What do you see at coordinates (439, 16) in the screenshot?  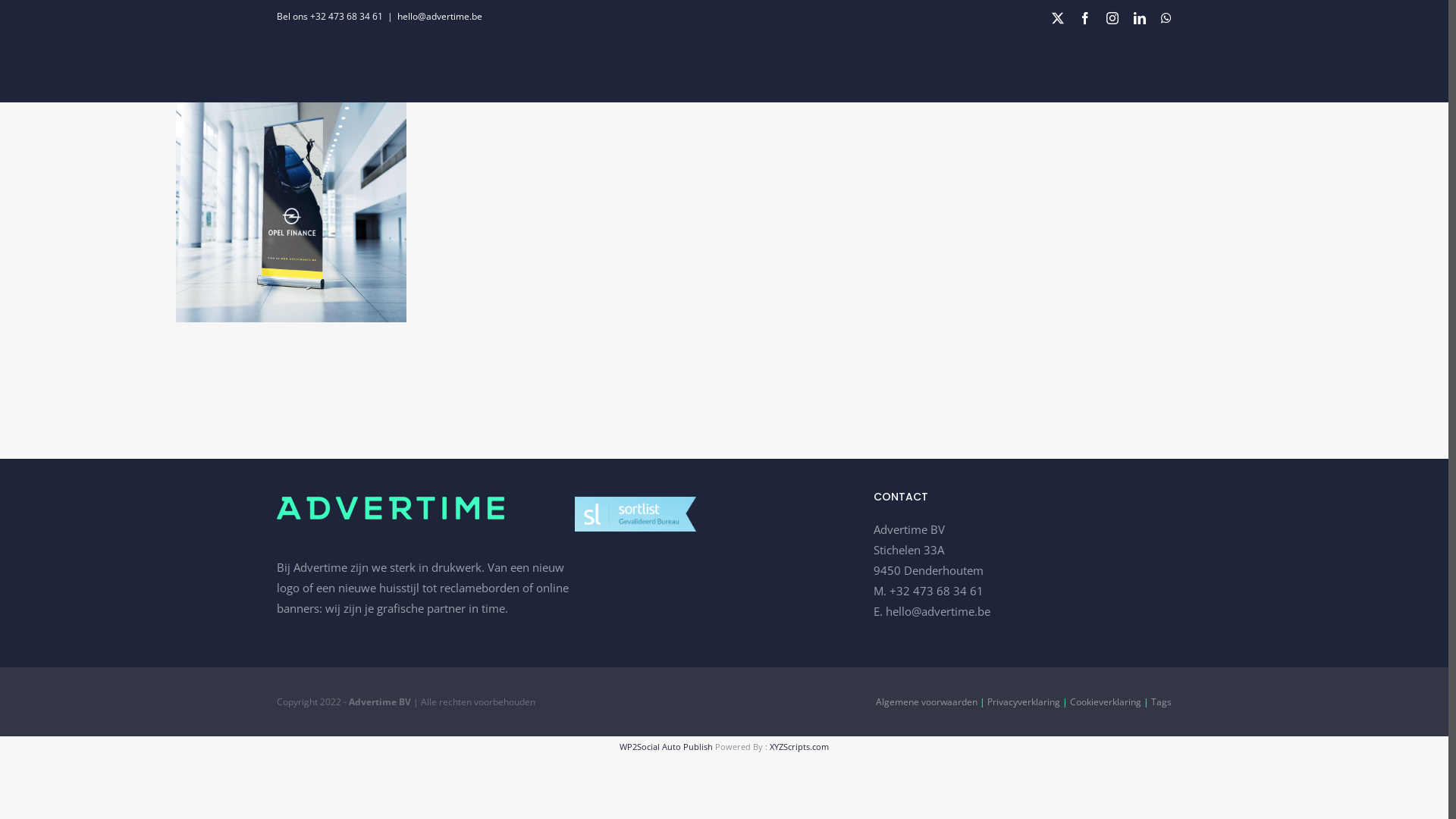 I see `'hello@advertime.be'` at bounding box center [439, 16].